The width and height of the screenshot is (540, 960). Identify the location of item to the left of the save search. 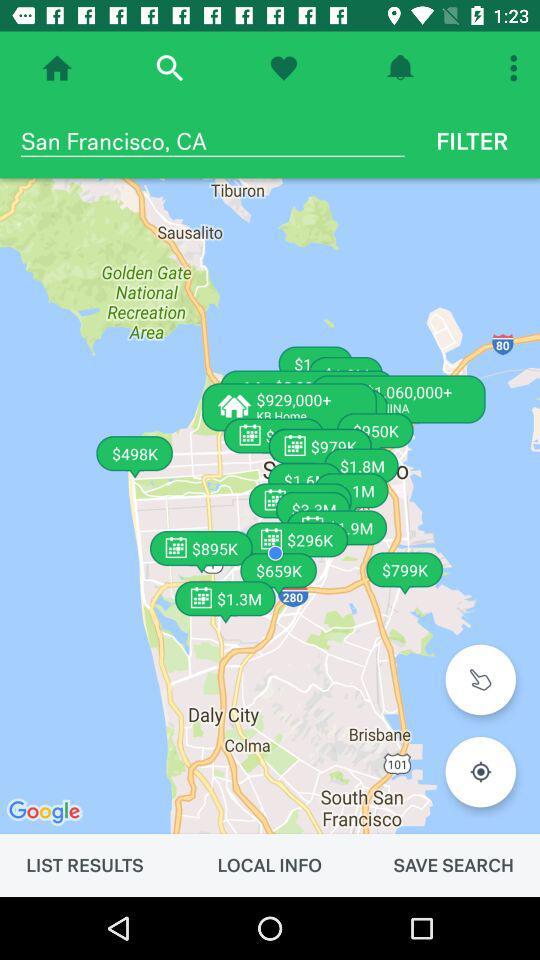
(269, 864).